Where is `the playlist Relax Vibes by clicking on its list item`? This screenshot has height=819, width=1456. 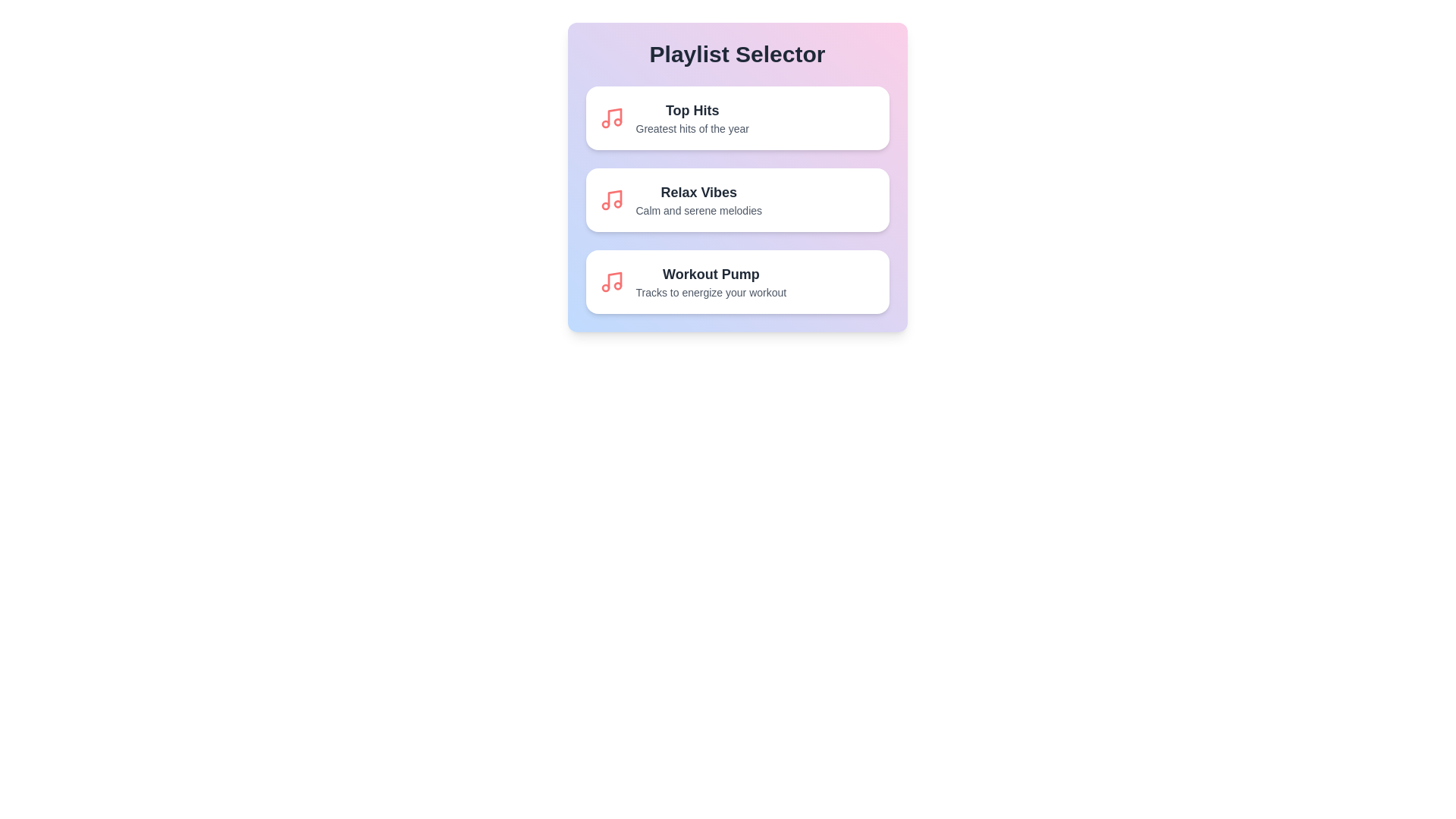
the playlist Relax Vibes by clicking on its list item is located at coordinates (737, 199).